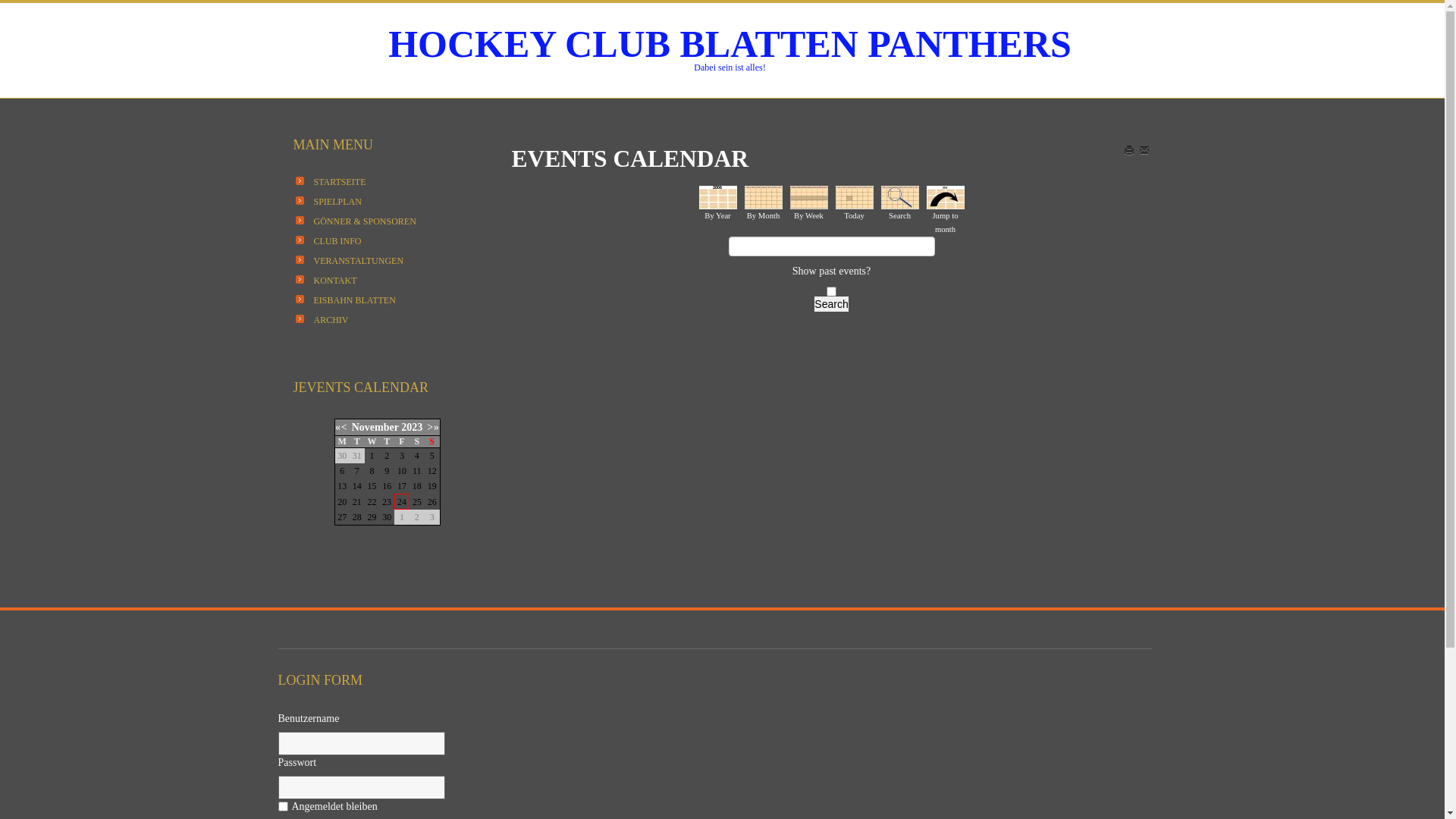 Image resolution: width=1456 pixels, height=819 pixels. Describe the element at coordinates (899, 196) in the screenshot. I see `'Search'` at that location.